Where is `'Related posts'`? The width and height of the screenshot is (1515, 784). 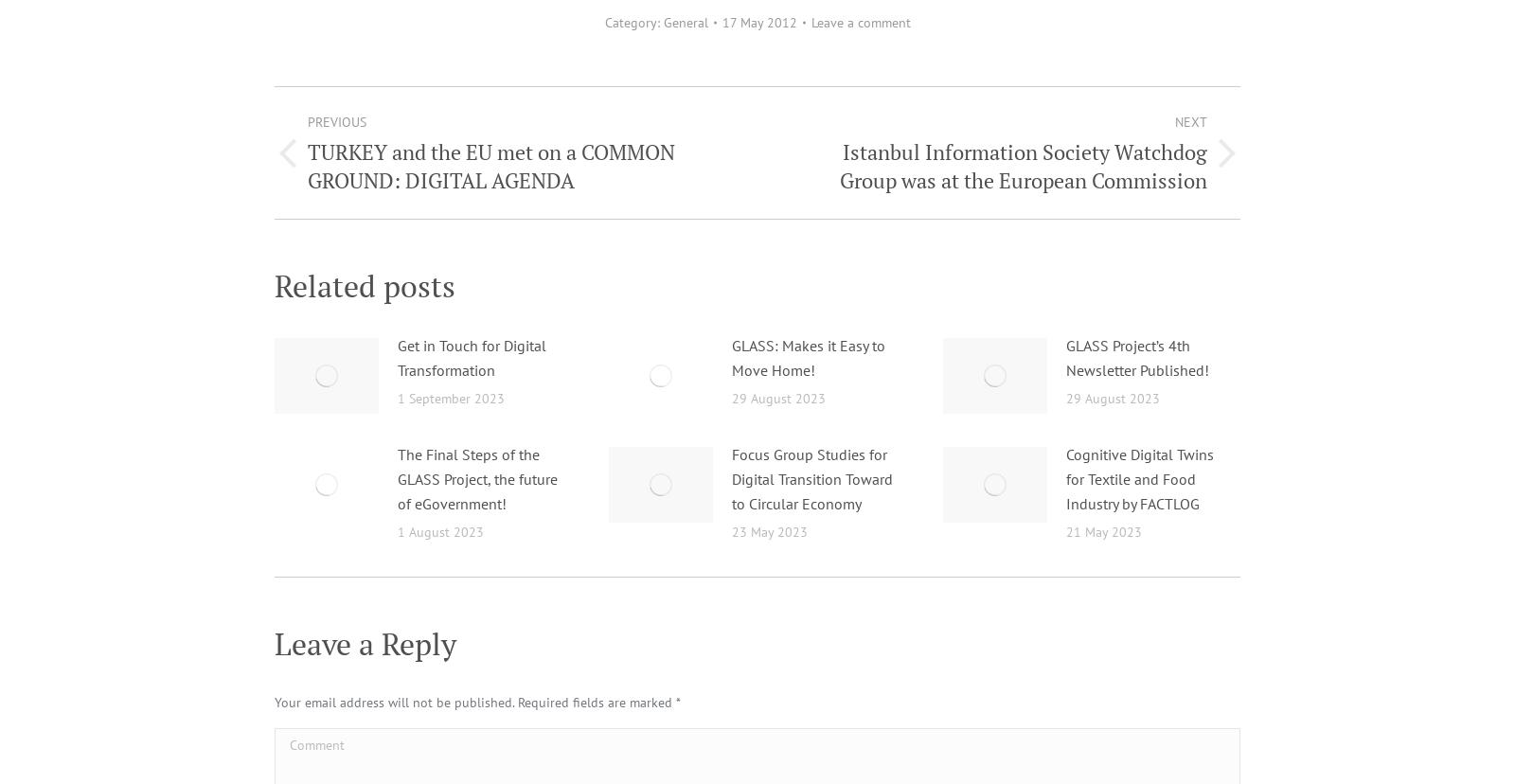
'Related posts' is located at coordinates (274, 285).